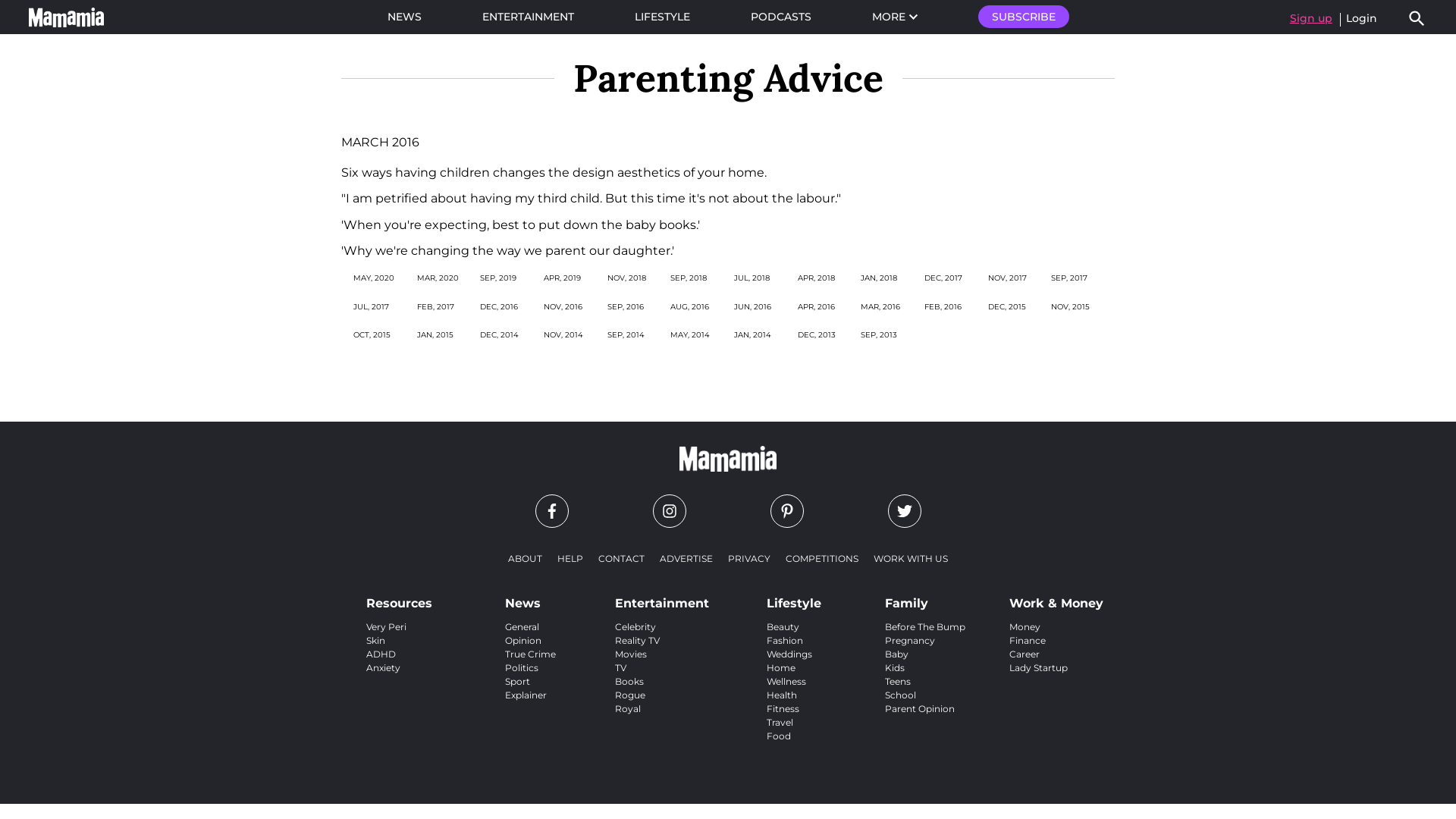 This screenshot has height=819, width=1456. What do you see at coordinates (561, 278) in the screenshot?
I see `'APR, 2019'` at bounding box center [561, 278].